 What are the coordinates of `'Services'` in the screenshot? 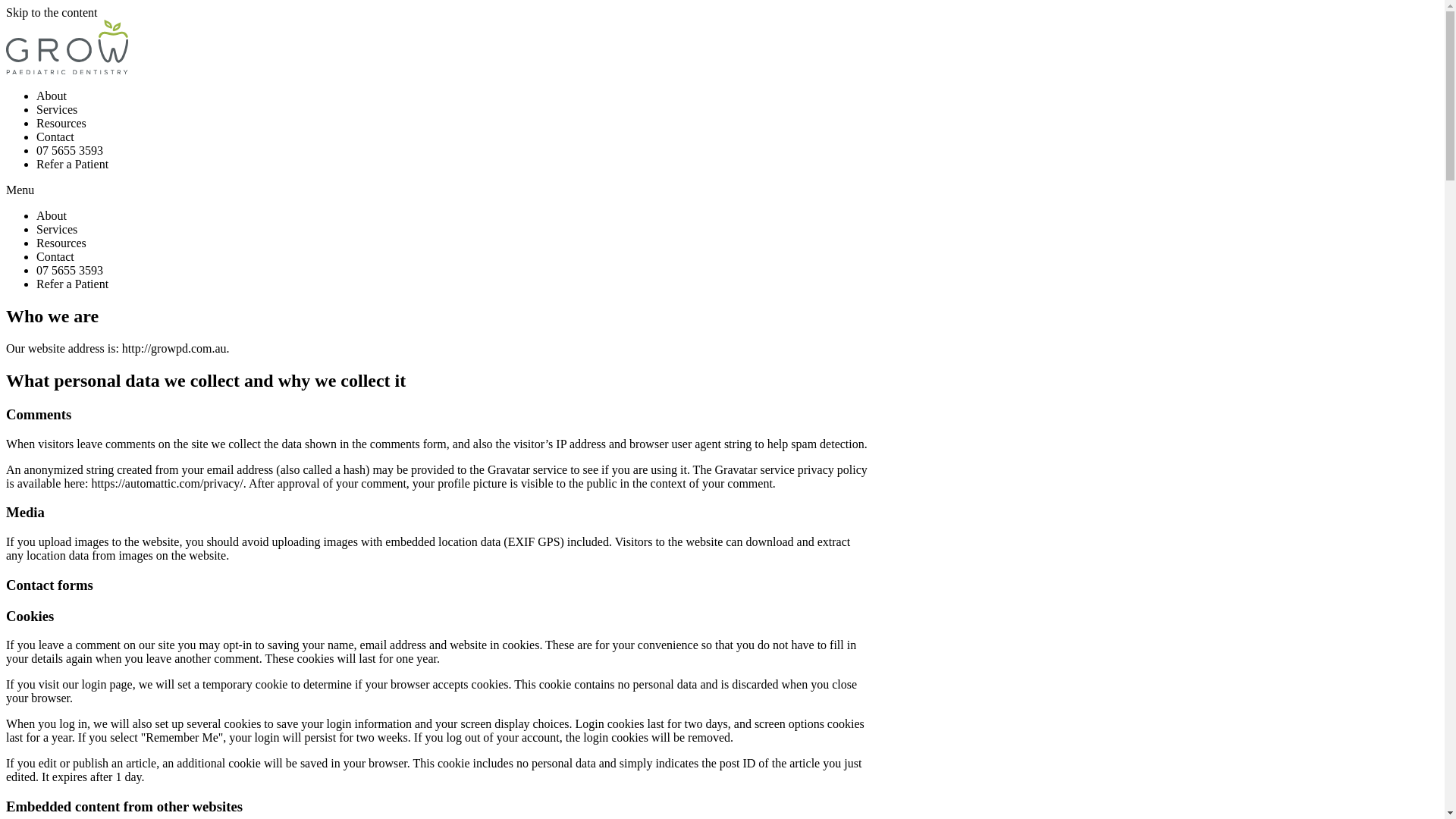 It's located at (57, 108).